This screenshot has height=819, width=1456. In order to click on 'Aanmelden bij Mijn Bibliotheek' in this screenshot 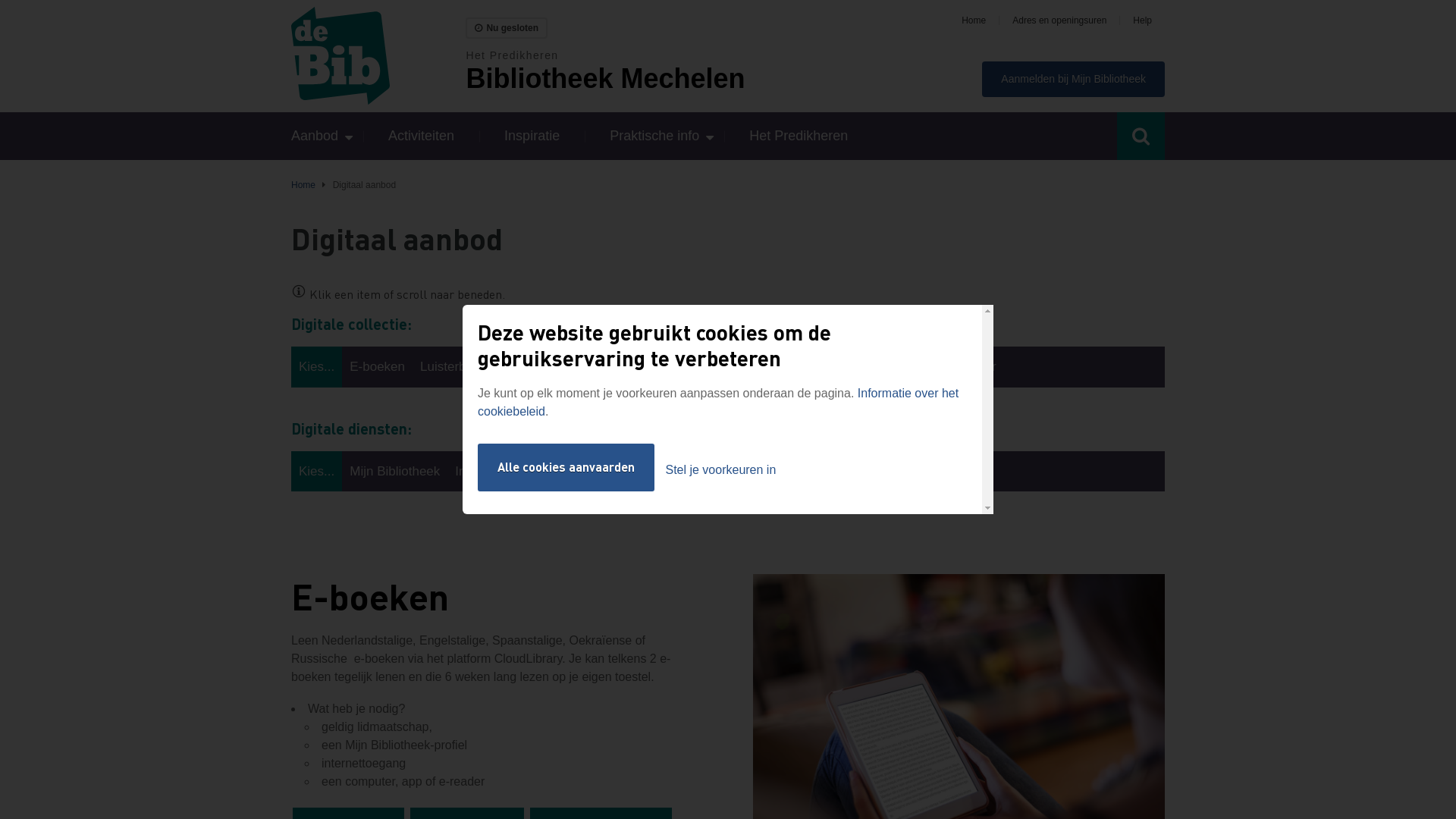, I will do `click(1072, 79)`.